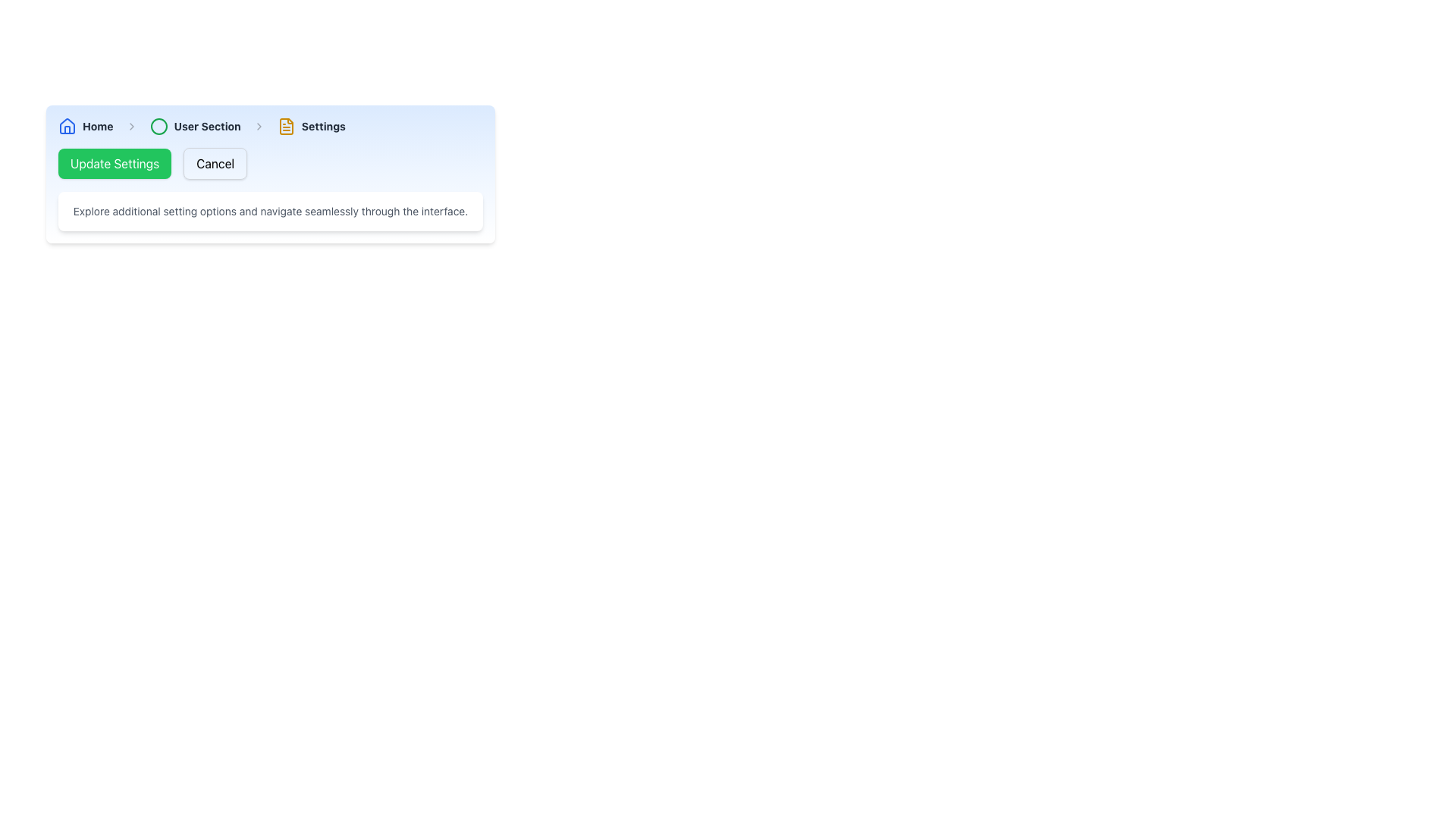 The width and height of the screenshot is (1456, 819). Describe the element at coordinates (158, 125) in the screenshot. I see `the status indicator icon for the 'User Section', which is positioned to the left of the 'User Section' text and between the 'Home' icon and the 'Settings' section` at that location.